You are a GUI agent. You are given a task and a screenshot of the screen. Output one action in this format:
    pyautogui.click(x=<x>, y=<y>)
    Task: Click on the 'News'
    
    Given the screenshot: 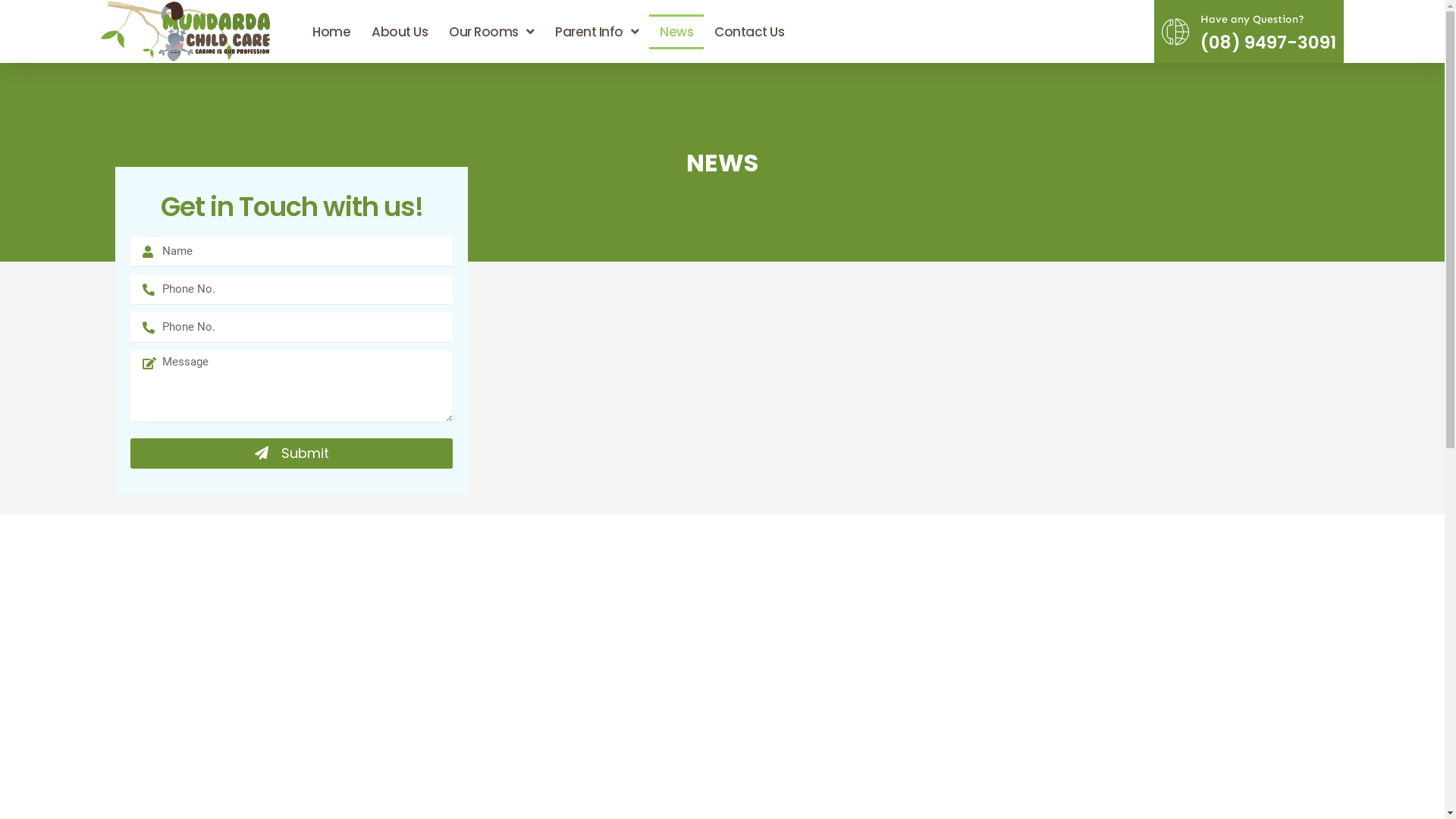 What is the action you would take?
    pyautogui.click(x=676, y=32)
    